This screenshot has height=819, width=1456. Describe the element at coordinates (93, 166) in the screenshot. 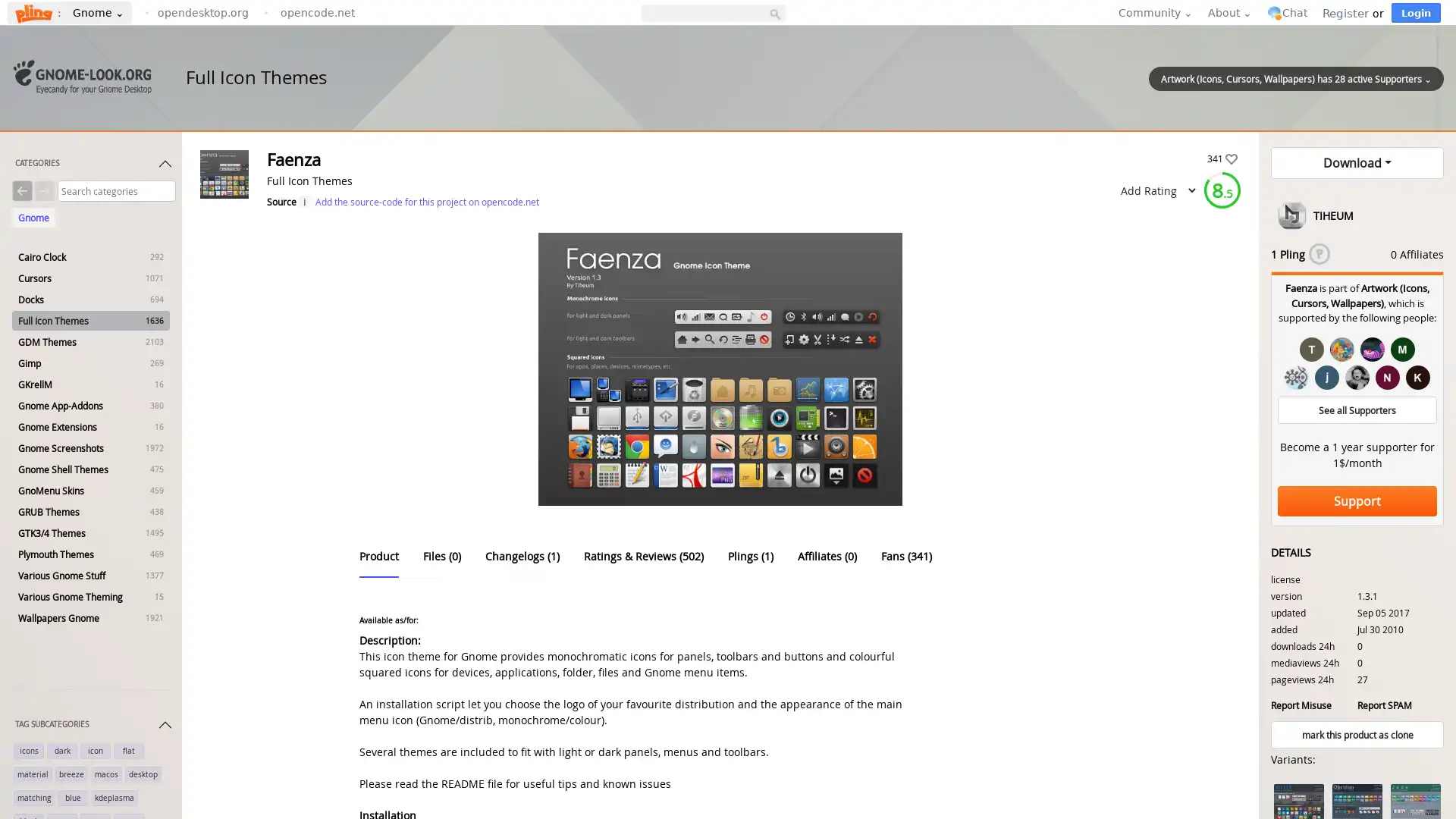

I see `CATEGORIES` at that location.